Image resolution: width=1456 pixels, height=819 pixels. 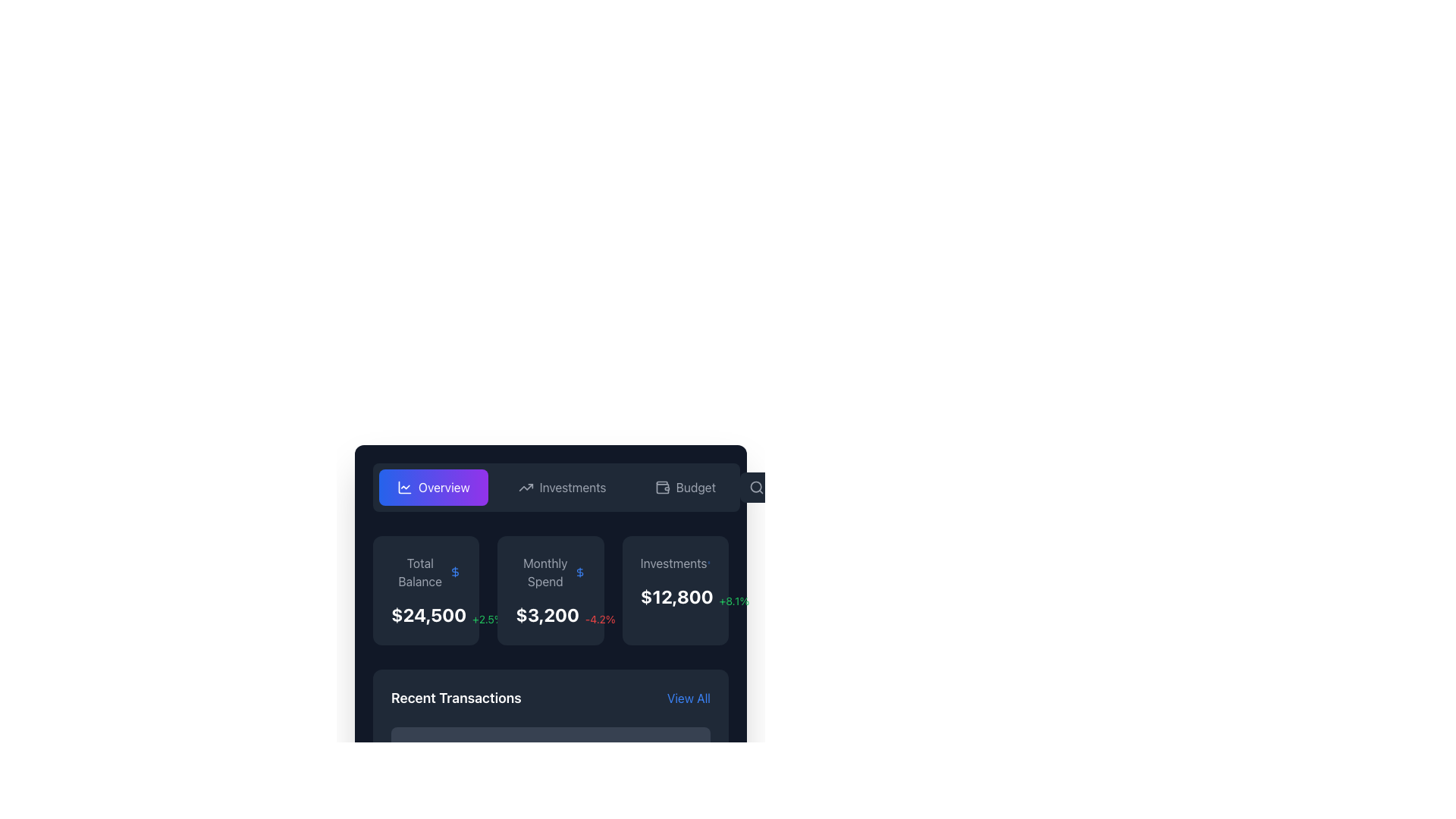 I want to click on information from the 'Investments' text label located at the top of the financial data card in the bottom right of the grid, so click(x=674, y=563).